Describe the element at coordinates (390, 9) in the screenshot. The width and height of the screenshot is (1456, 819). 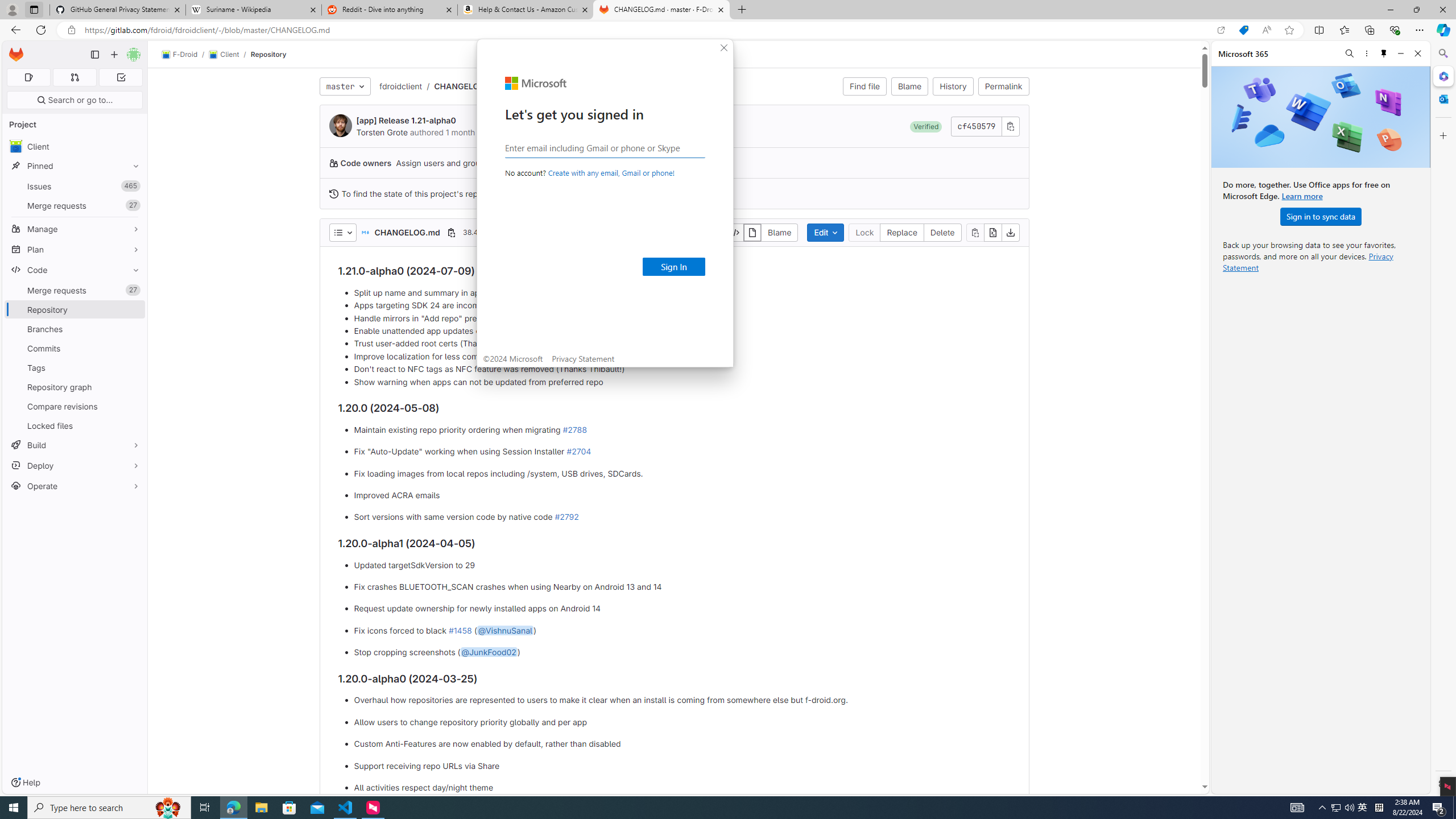
I see `'Reddit - Dive into anything'` at that location.